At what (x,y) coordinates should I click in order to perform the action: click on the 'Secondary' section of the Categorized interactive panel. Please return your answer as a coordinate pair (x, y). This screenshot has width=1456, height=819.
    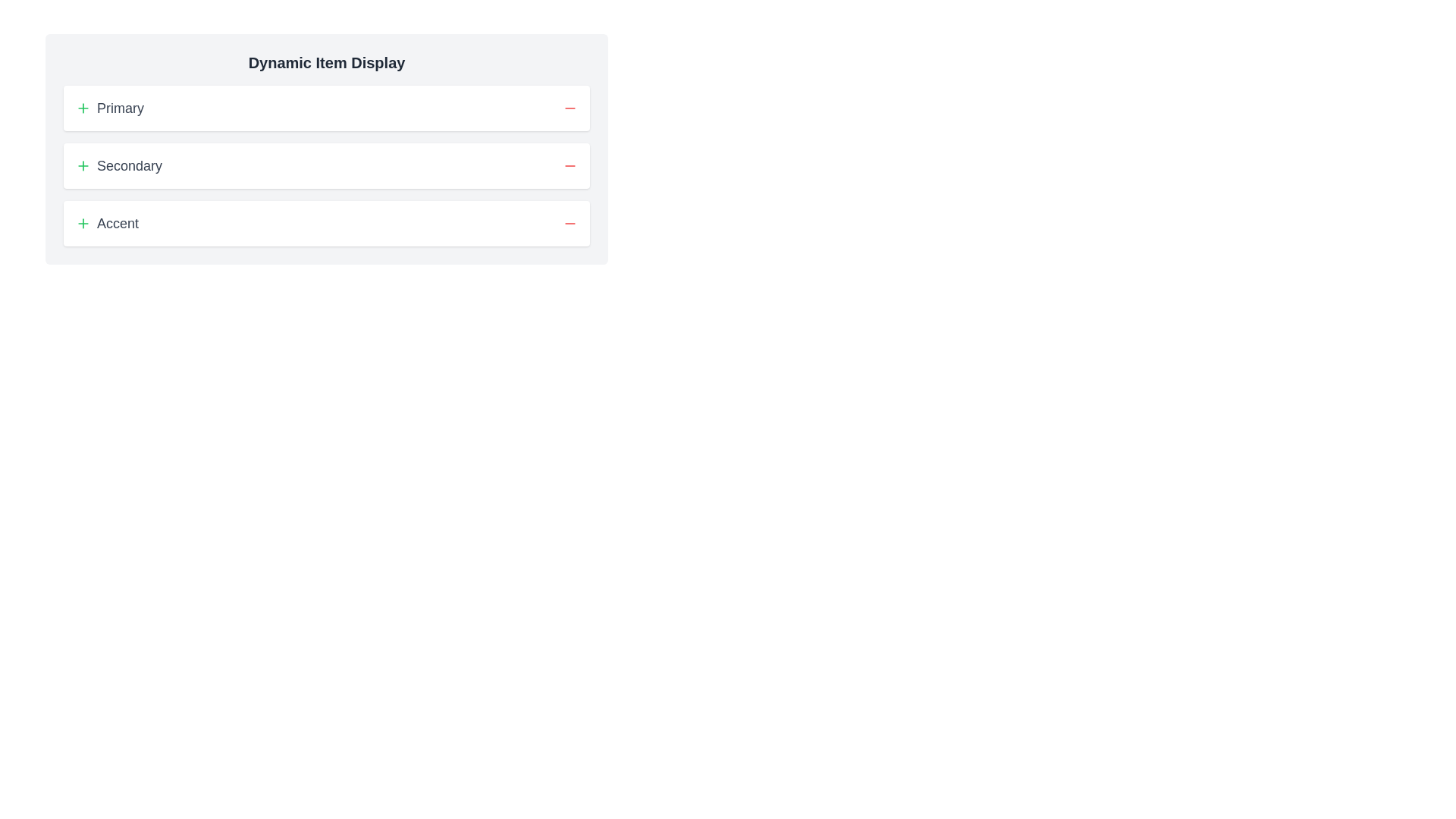
    Looking at the image, I should click on (326, 162).